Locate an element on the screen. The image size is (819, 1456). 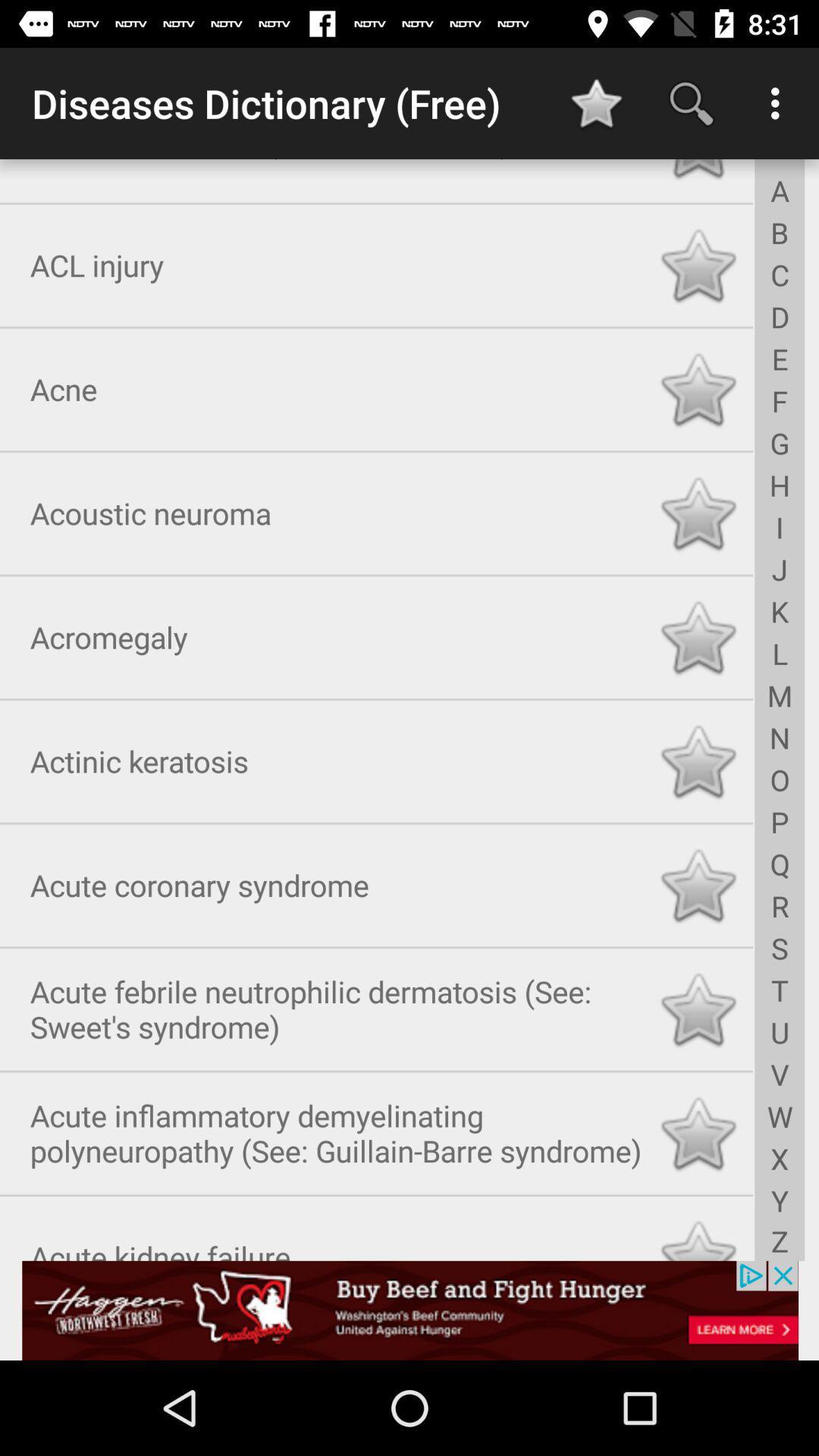
click star to favorite is located at coordinates (698, 1006).